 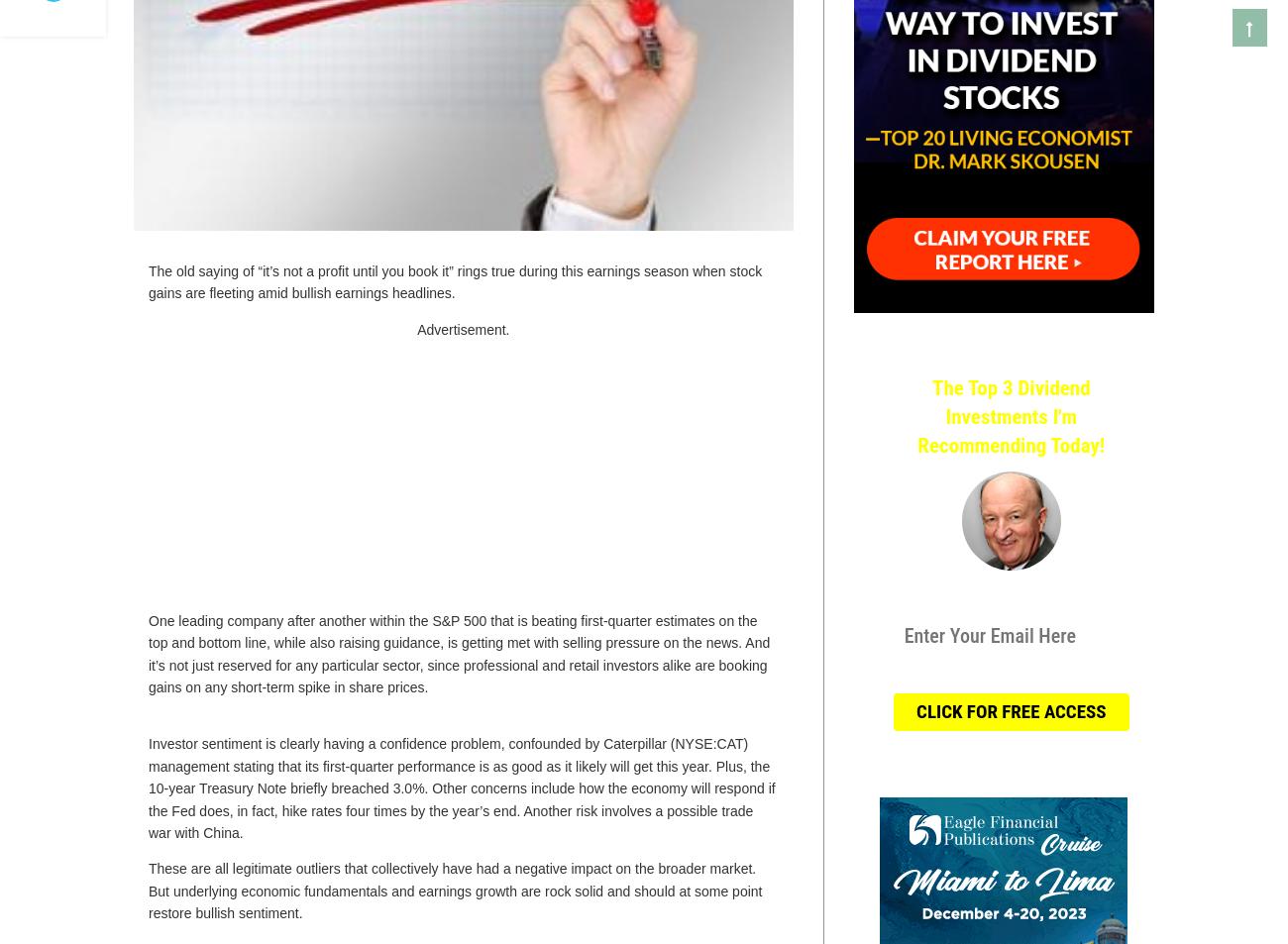 What do you see at coordinates (458, 653) in the screenshot?
I see `'One leading company after another within the S&P 500 that is beating first-quarter estimates on the top and bottom line, while also raising guidance, is getting met with selling pressure on the news. And it’s not just reserved for any particular sector, since professional and retail investors alike are booking gains on any short-term spike in share prices.'` at bounding box center [458, 653].